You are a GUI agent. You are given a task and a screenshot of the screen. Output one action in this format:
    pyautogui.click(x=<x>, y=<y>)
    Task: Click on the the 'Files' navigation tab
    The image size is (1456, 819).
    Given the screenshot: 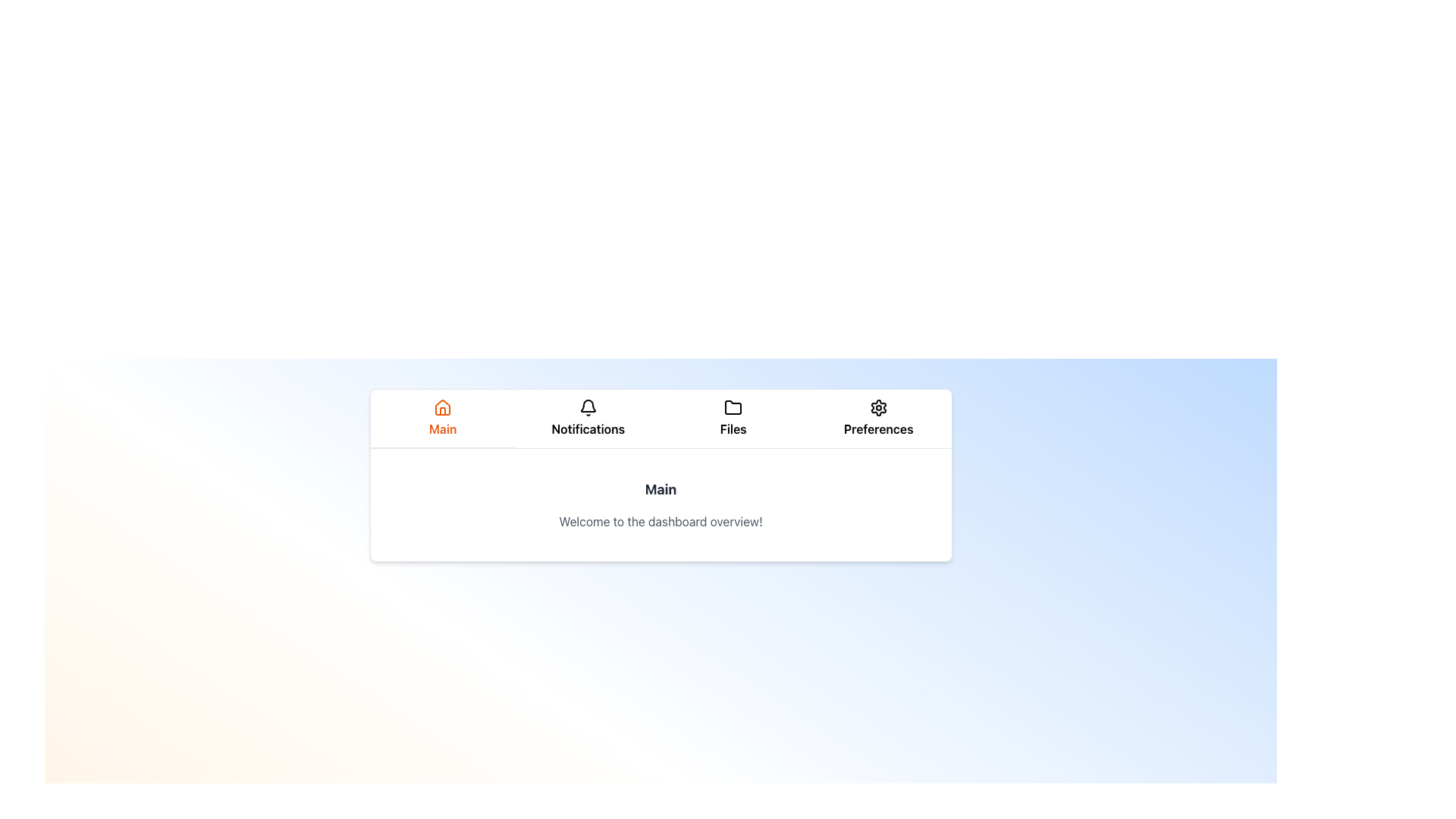 What is the action you would take?
    pyautogui.click(x=733, y=419)
    